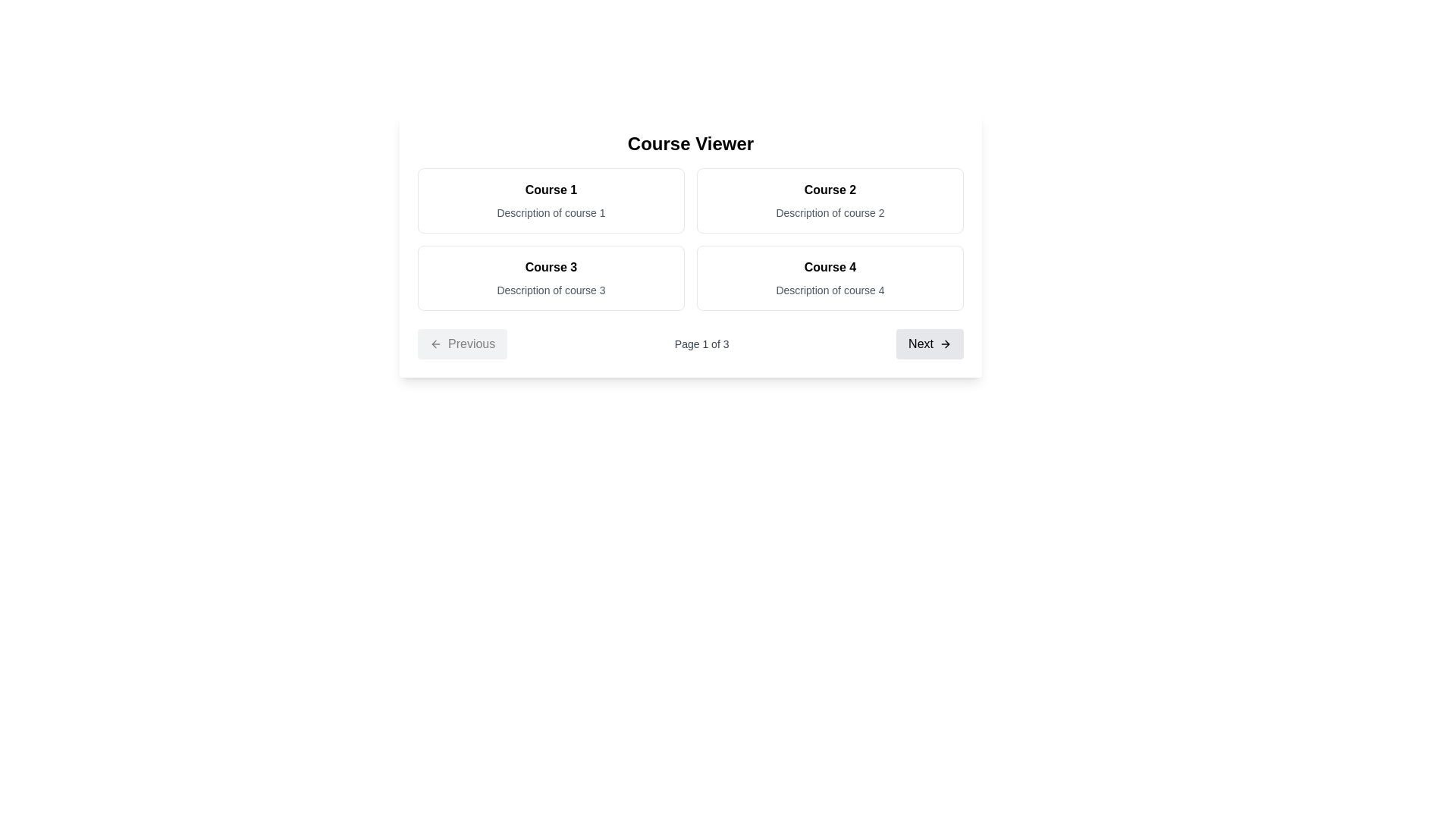 The image size is (1456, 819). What do you see at coordinates (929, 344) in the screenshot?
I see `the 'Next' button, which is a rectangular button with a light gray background and rounded corners, located in the lower right corner of the layout` at bounding box center [929, 344].